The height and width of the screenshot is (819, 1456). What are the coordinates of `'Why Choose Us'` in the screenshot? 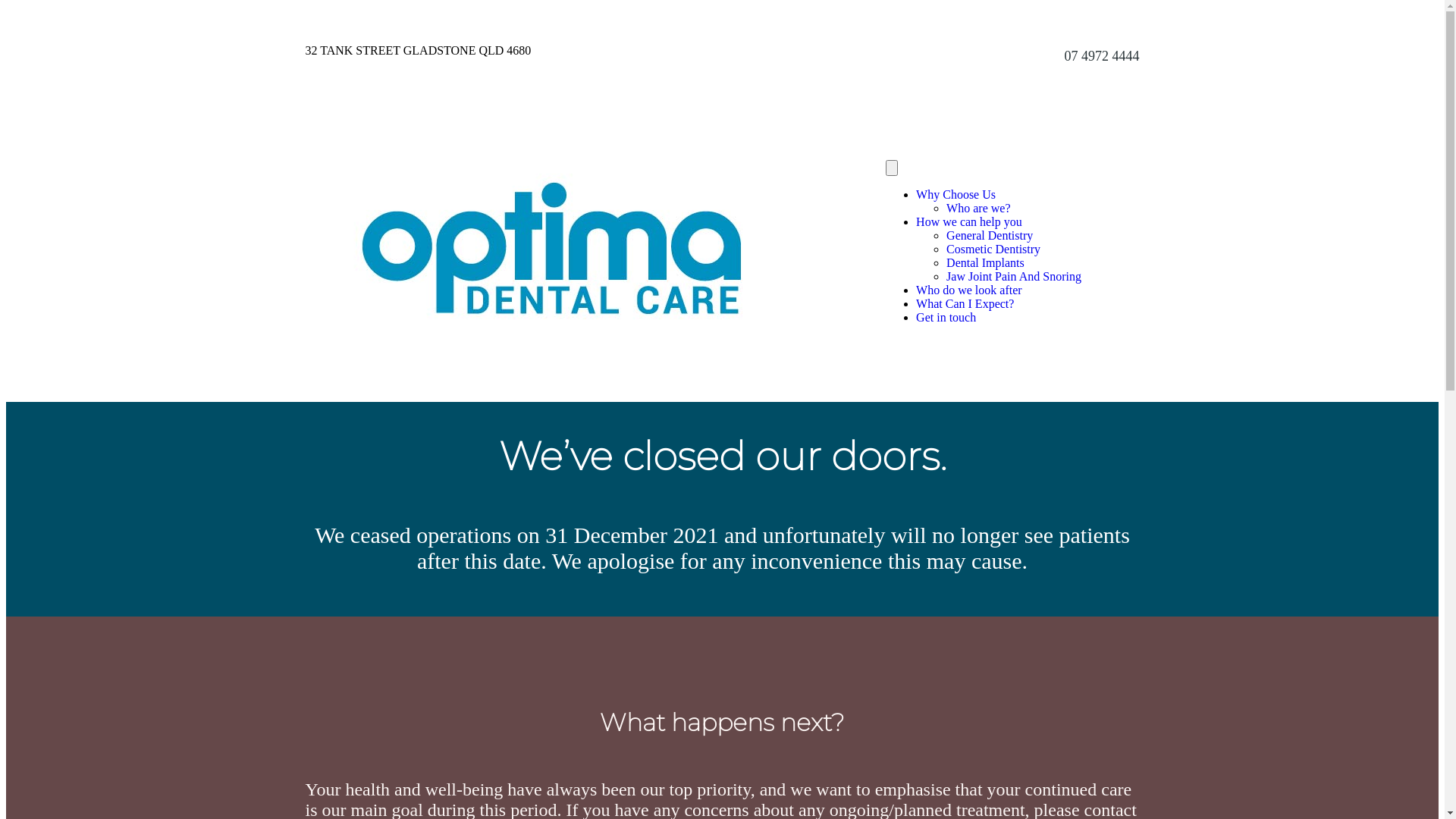 It's located at (915, 193).